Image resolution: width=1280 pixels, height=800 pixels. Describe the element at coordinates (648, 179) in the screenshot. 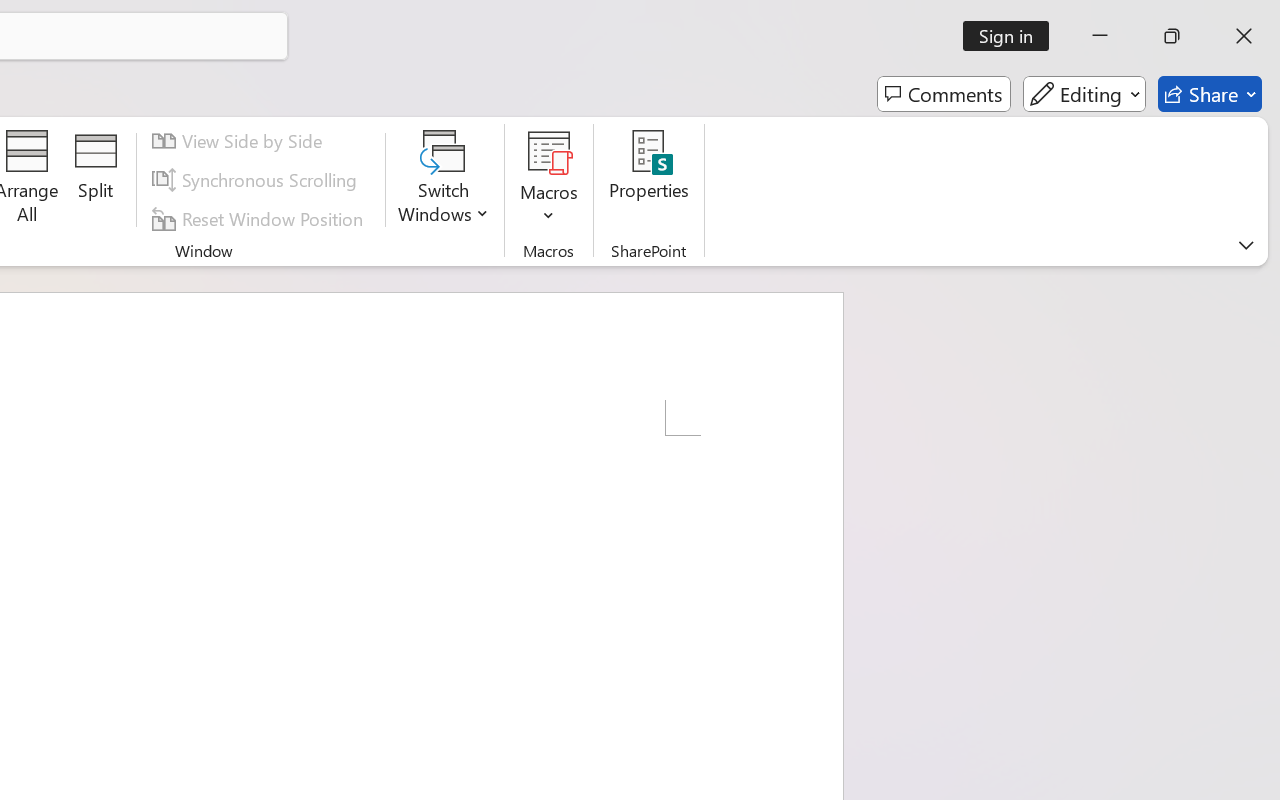

I see `'Properties'` at that location.